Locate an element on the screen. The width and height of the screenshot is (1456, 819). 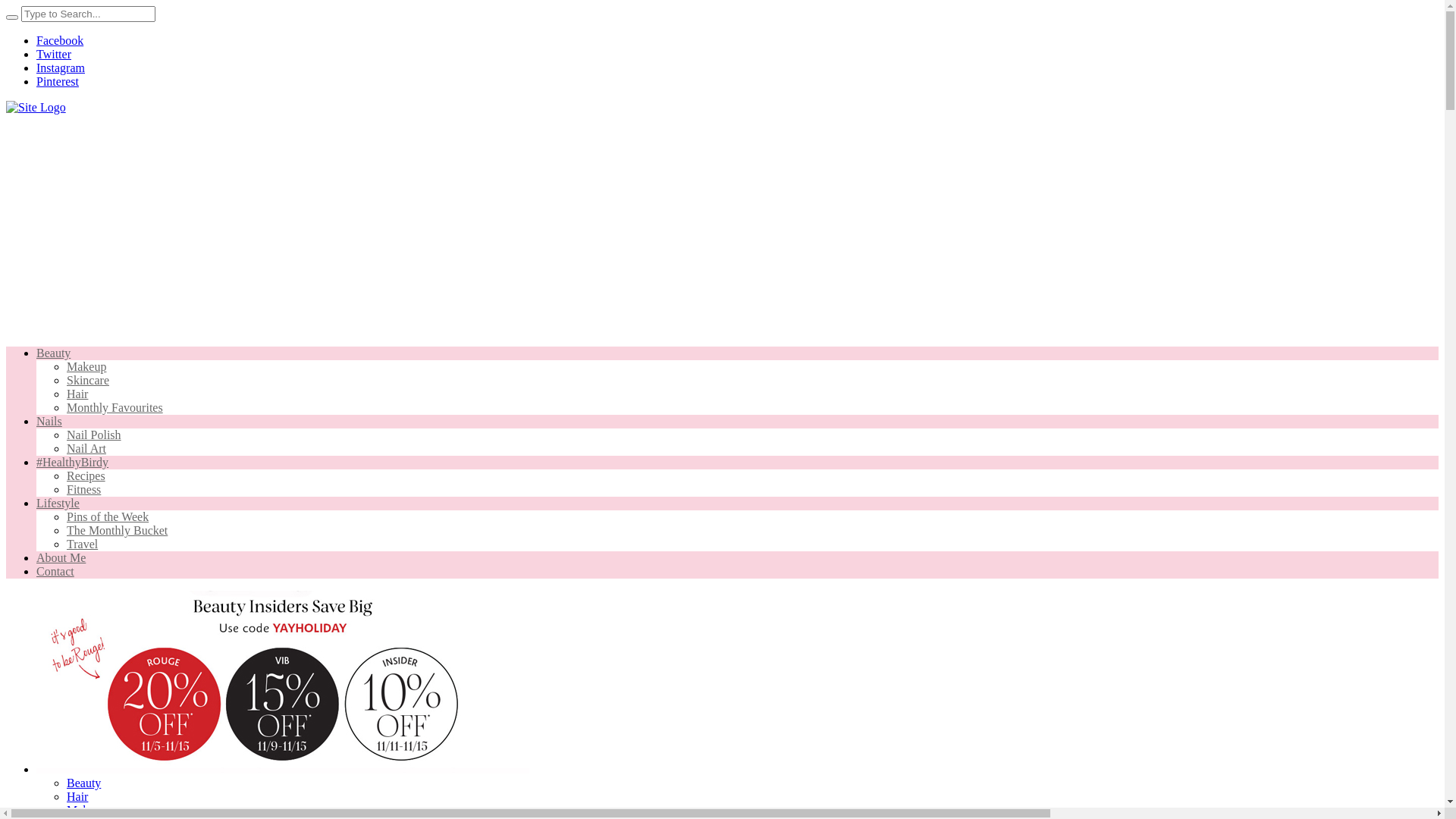
'Pinterest' is located at coordinates (58, 81).